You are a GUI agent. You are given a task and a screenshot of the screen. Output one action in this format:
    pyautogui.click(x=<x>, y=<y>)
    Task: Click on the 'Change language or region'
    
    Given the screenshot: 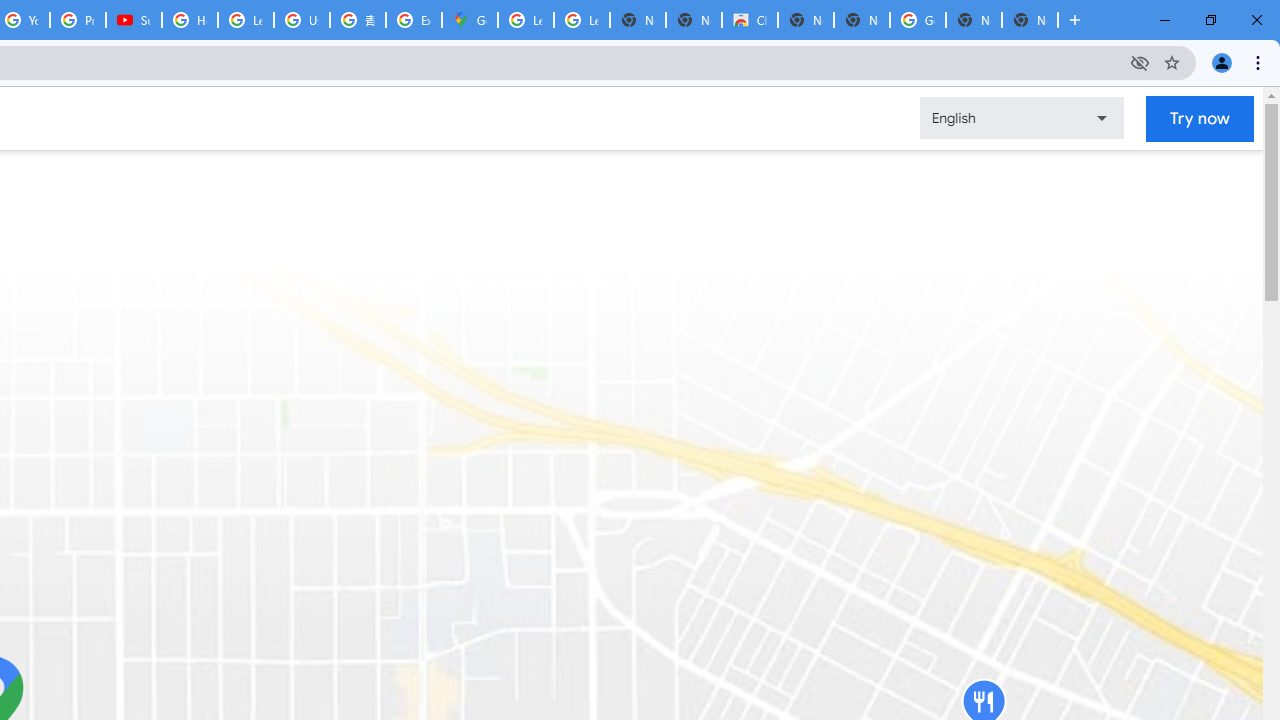 What is the action you would take?
    pyautogui.click(x=1021, y=118)
    